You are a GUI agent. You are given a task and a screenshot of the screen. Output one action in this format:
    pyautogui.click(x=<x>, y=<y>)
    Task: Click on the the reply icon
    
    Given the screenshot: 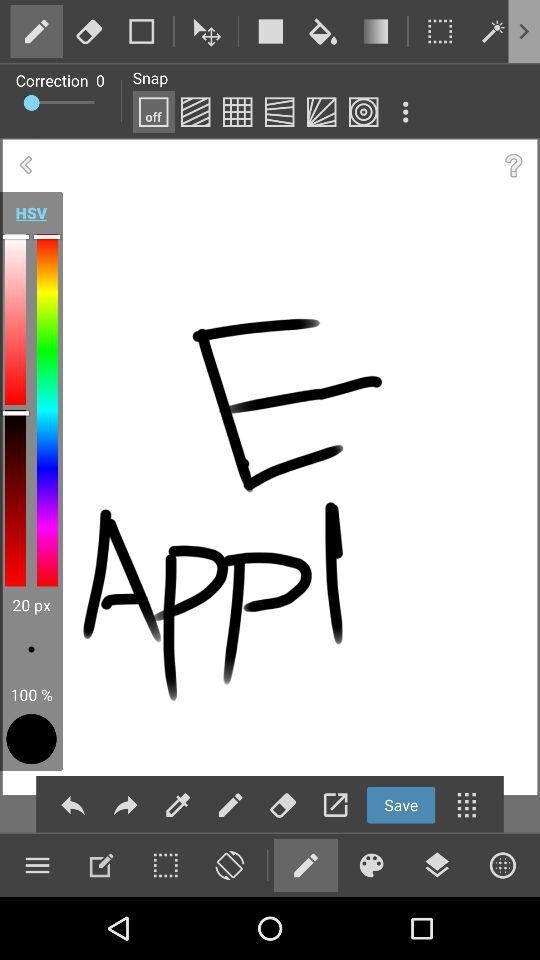 What is the action you would take?
    pyautogui.click(x=72, y=805)
    